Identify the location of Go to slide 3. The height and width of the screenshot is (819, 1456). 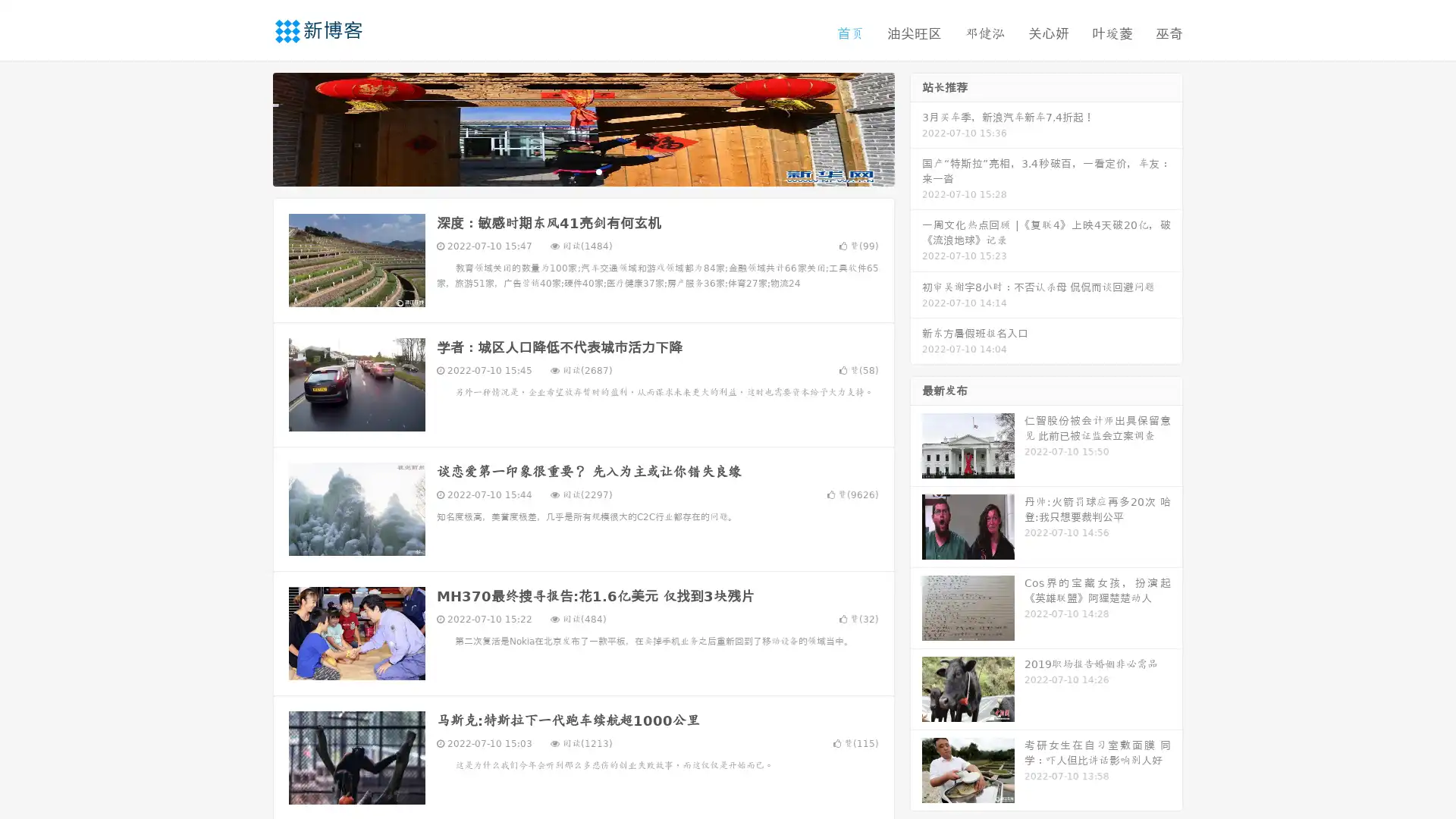
(598, 171).